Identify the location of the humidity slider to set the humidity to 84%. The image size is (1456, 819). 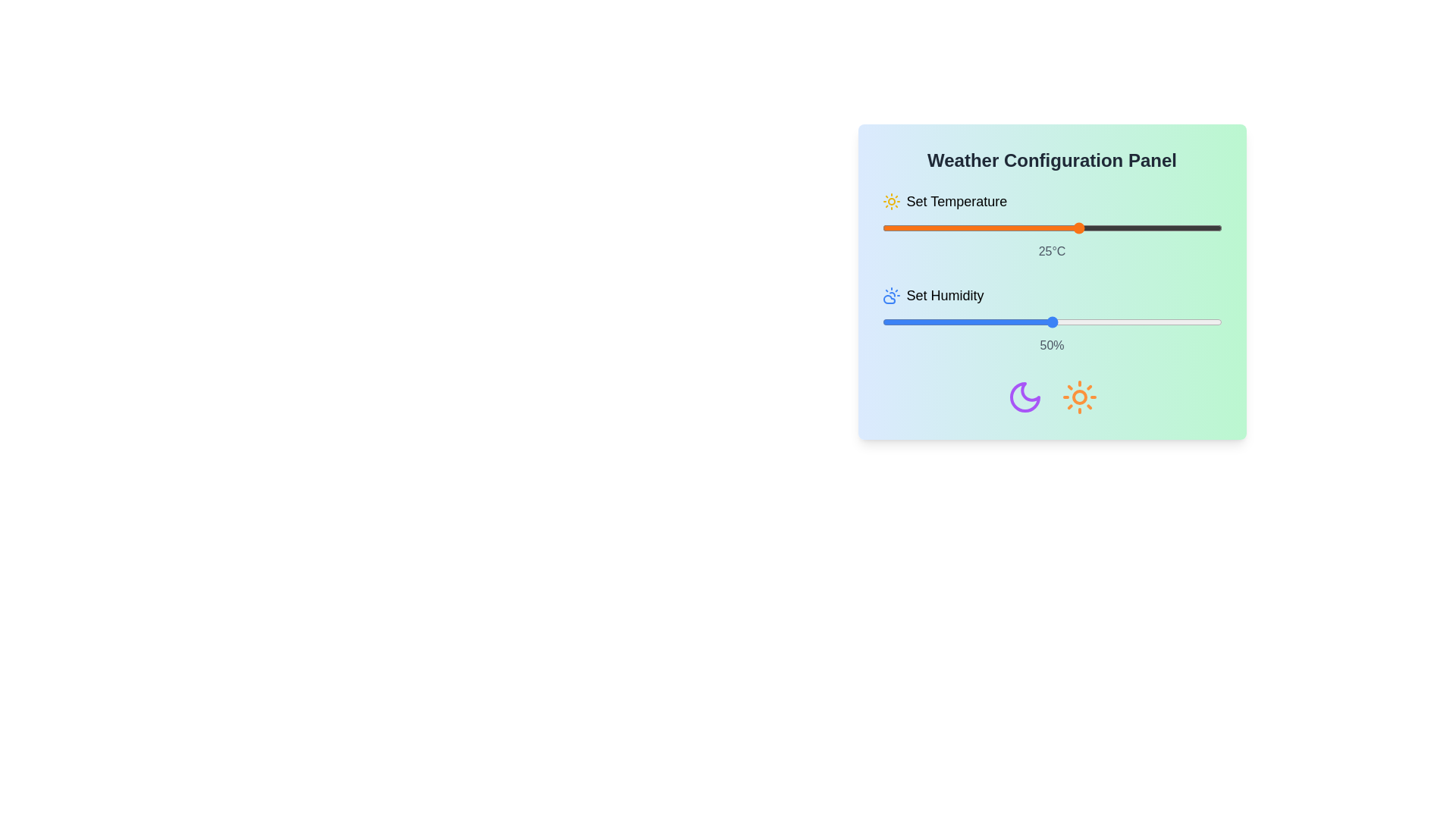
(1166, 321).